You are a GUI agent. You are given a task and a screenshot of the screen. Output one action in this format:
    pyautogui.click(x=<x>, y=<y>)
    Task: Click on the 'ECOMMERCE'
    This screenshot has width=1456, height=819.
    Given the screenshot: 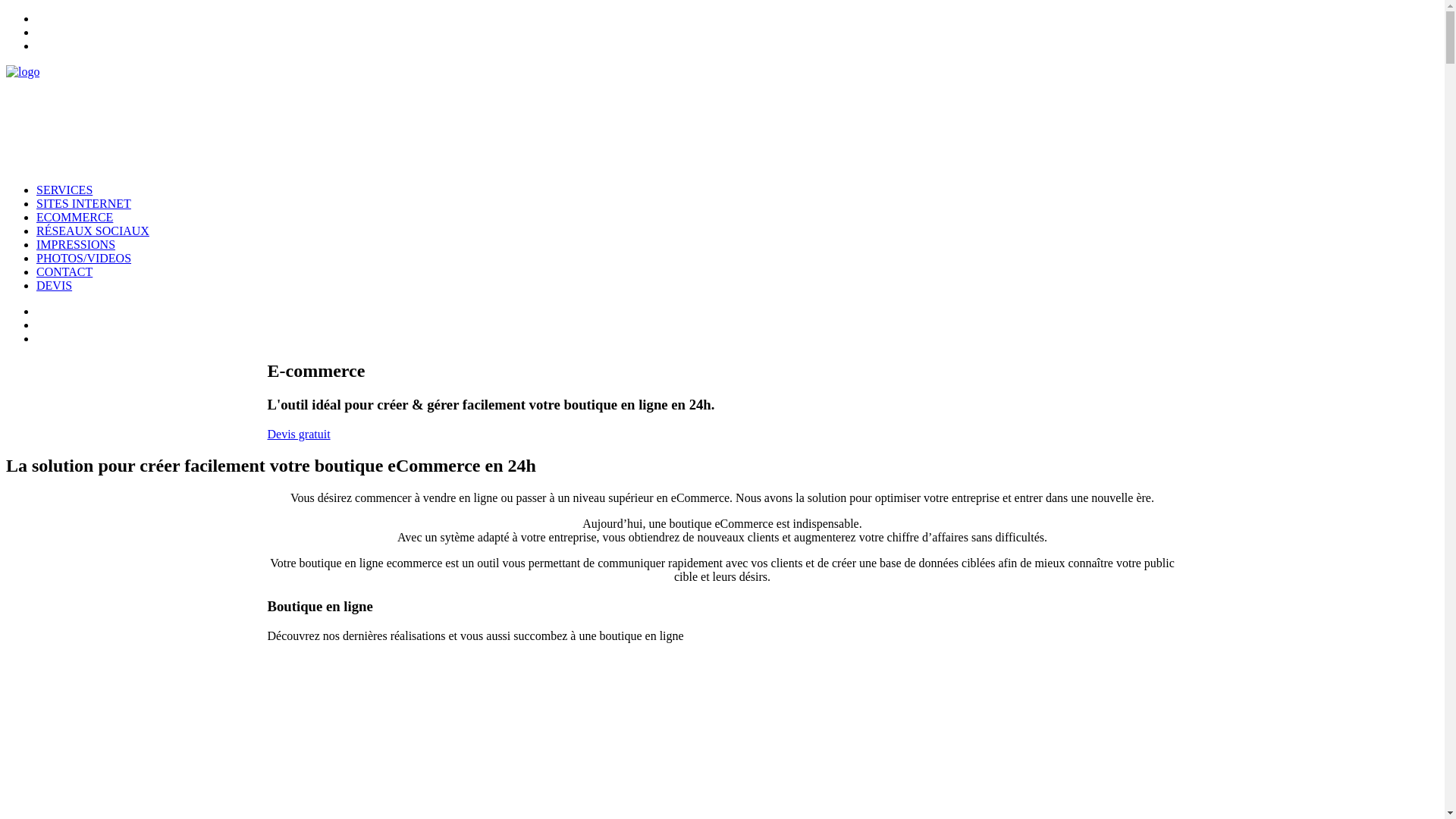 What is the action you would take?
    pyautogui.click(x=36, y=217)
    